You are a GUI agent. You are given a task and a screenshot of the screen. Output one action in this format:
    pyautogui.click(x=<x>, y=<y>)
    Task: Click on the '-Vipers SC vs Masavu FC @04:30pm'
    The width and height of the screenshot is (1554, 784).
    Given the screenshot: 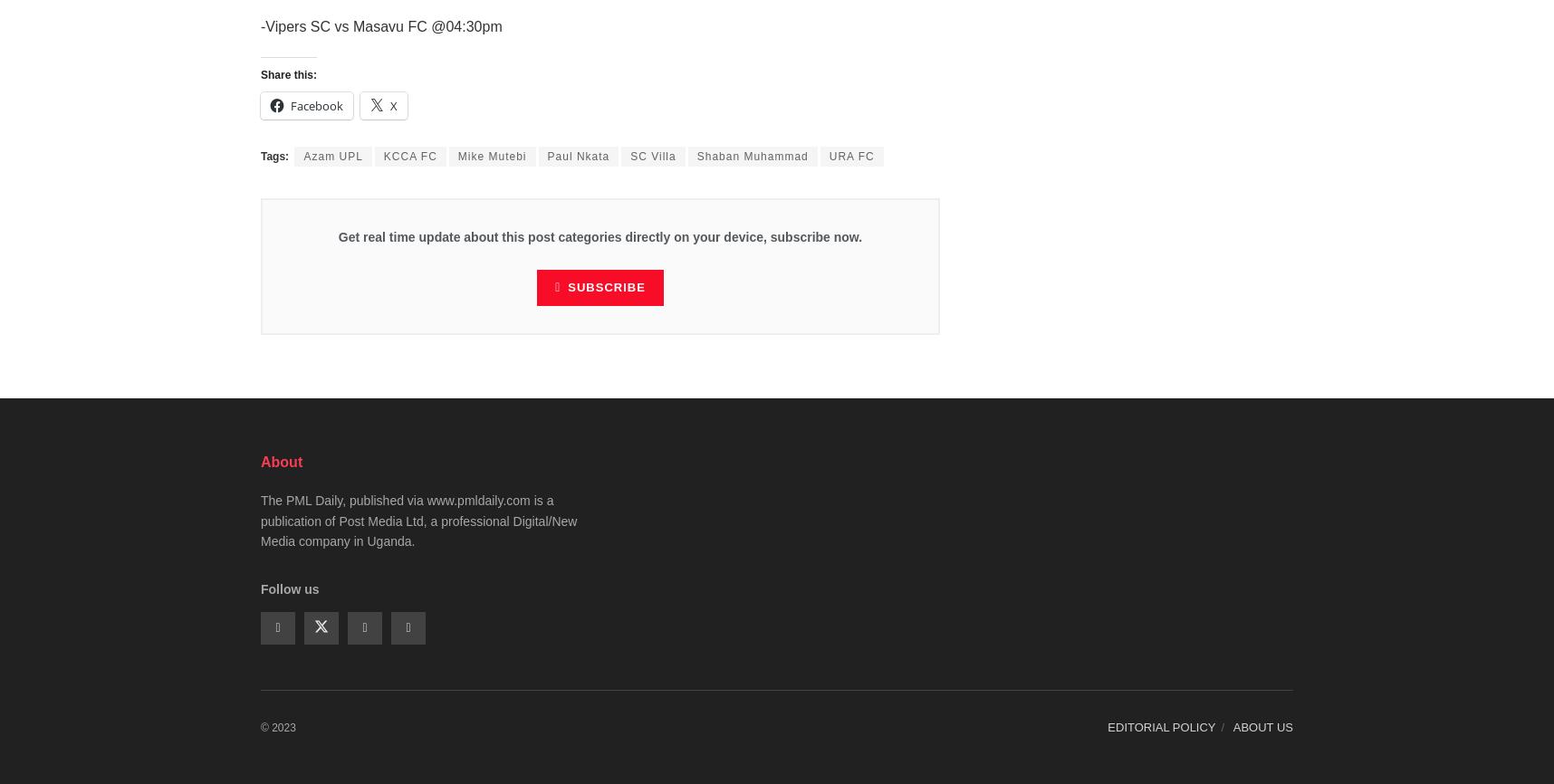 What is the action you would take?
    pyautogui.click(x=380, y=25)
    